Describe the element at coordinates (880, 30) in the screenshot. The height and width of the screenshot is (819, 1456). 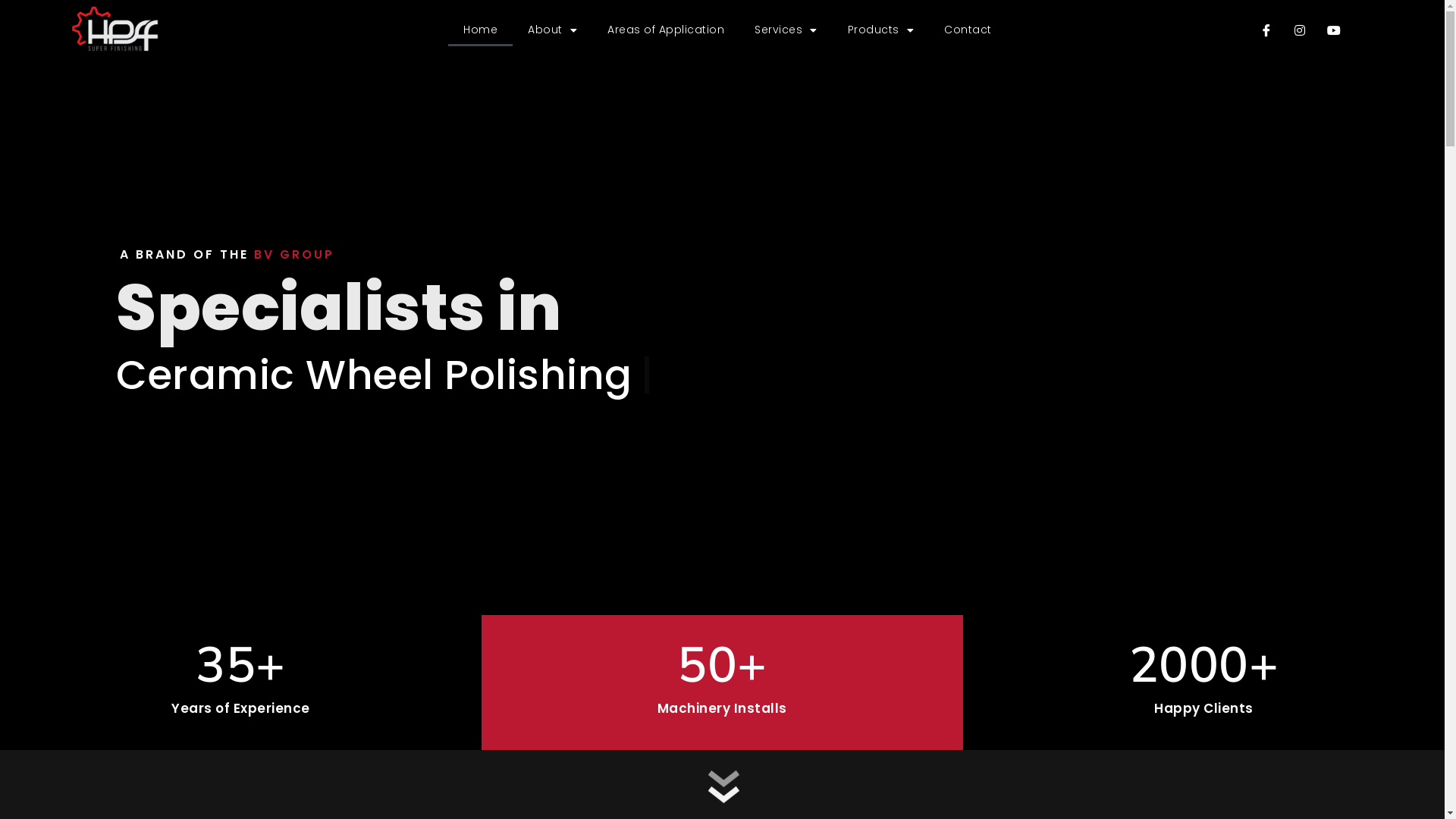
I see `'Products'` at that location.